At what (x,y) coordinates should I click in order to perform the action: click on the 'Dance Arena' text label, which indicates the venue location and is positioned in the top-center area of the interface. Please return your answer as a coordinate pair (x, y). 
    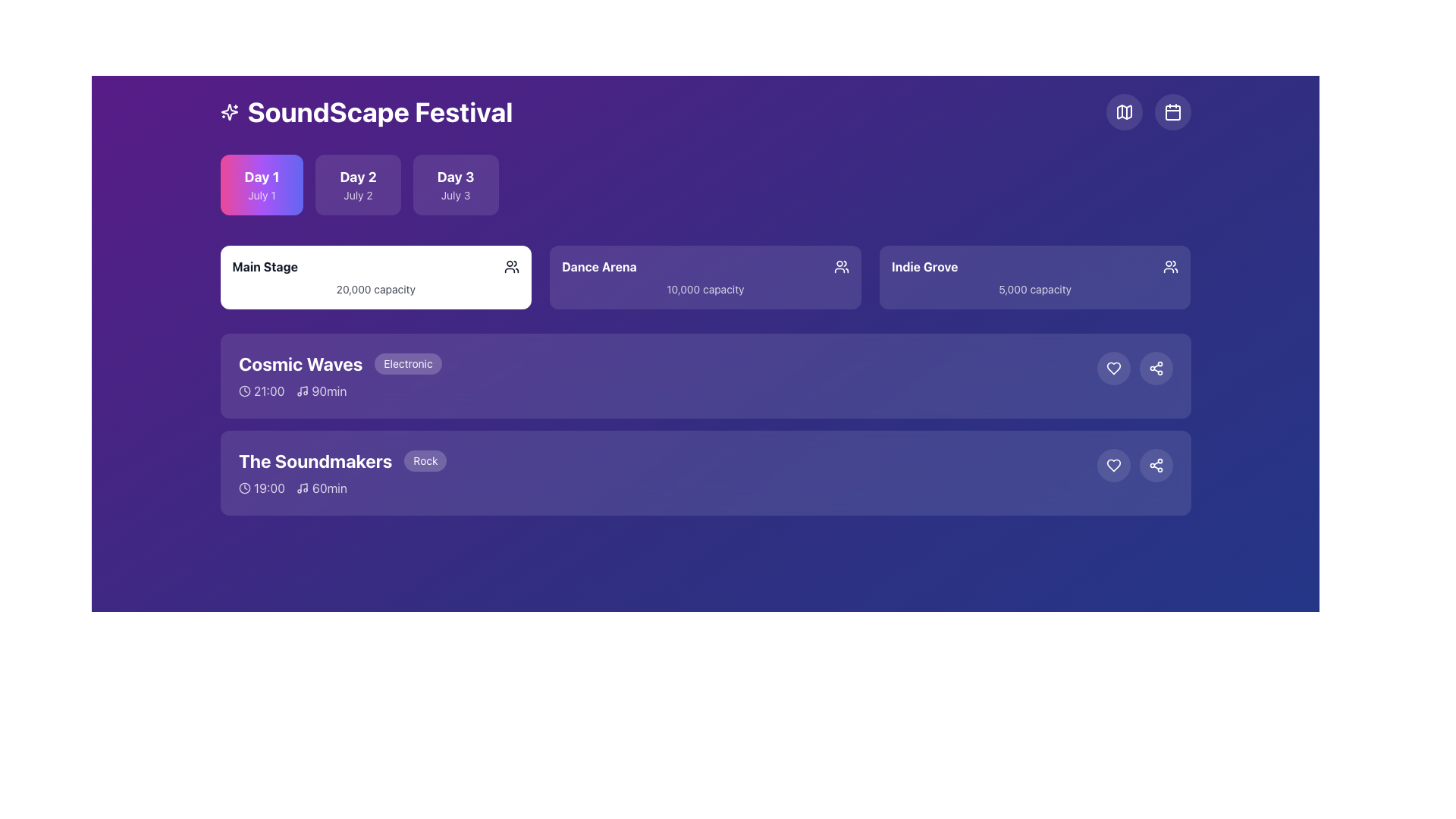
    Looking at the image, I should click on (598, 265).